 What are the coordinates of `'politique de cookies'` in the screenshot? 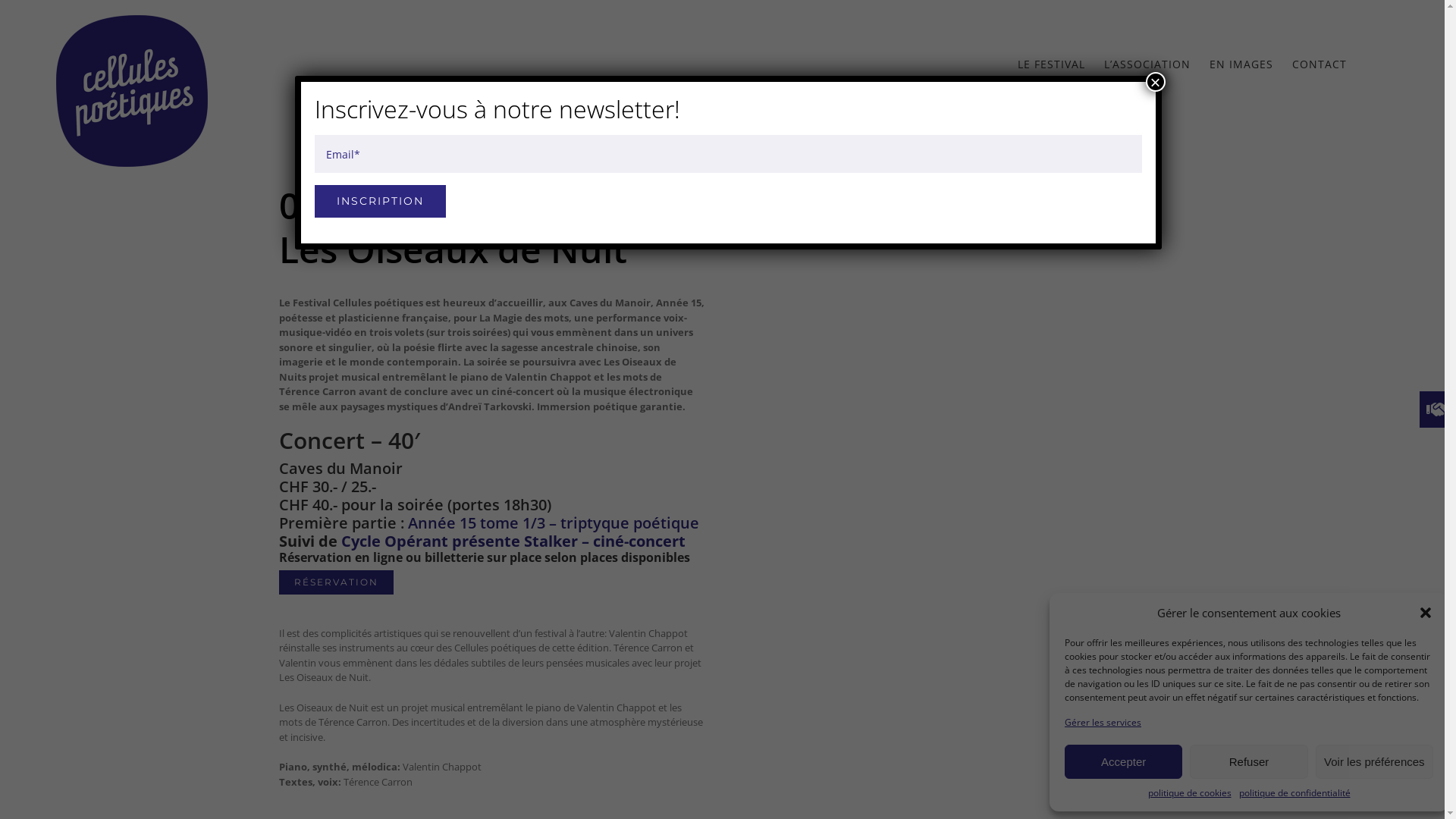 It's located at (1189, 792).